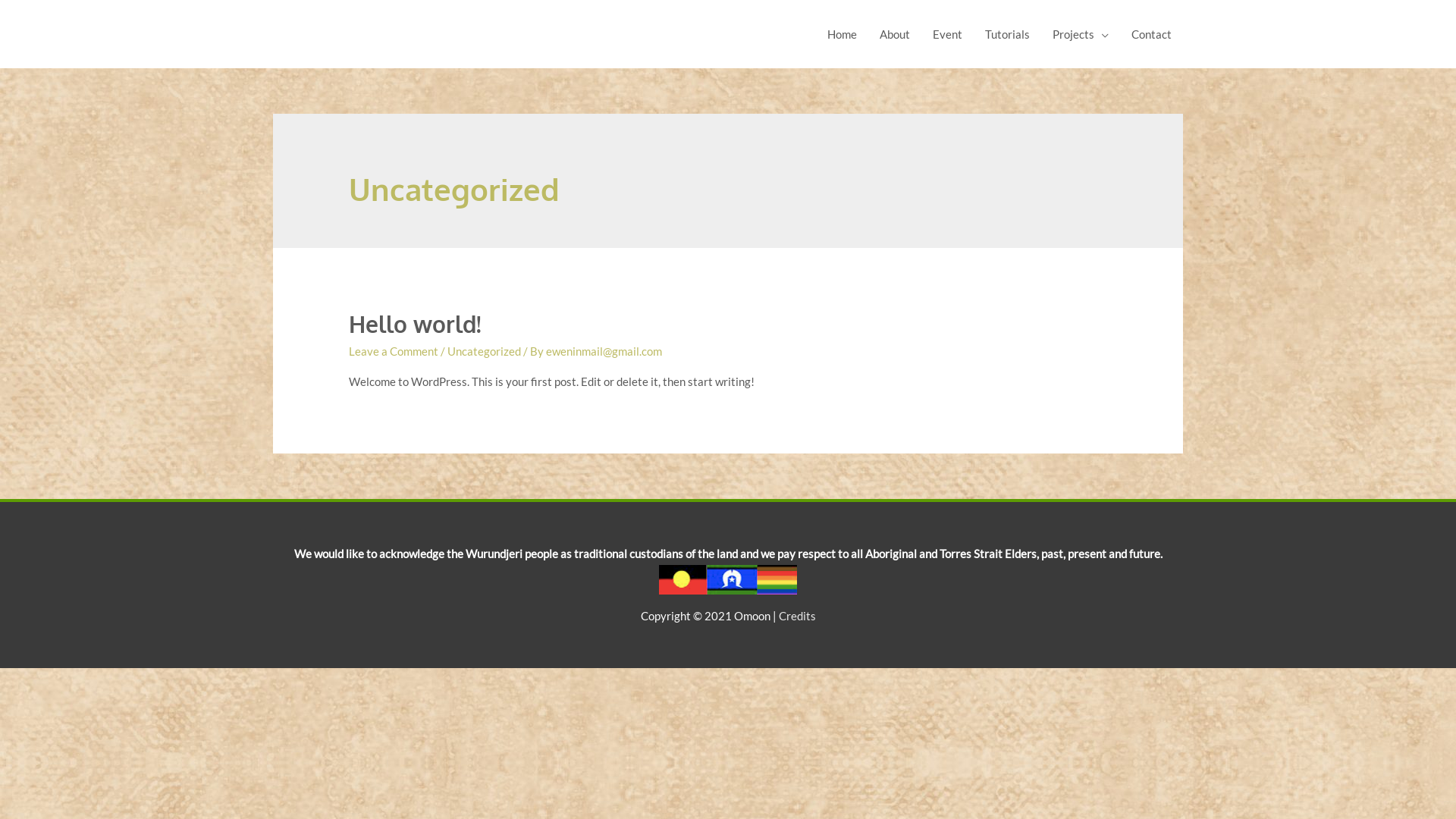 This screenshot has width=1456, height=819. What do you see at coordinates (483, 350) in the screenshot?
I see `'Uncategorized'` at bounding box center [483, 350].